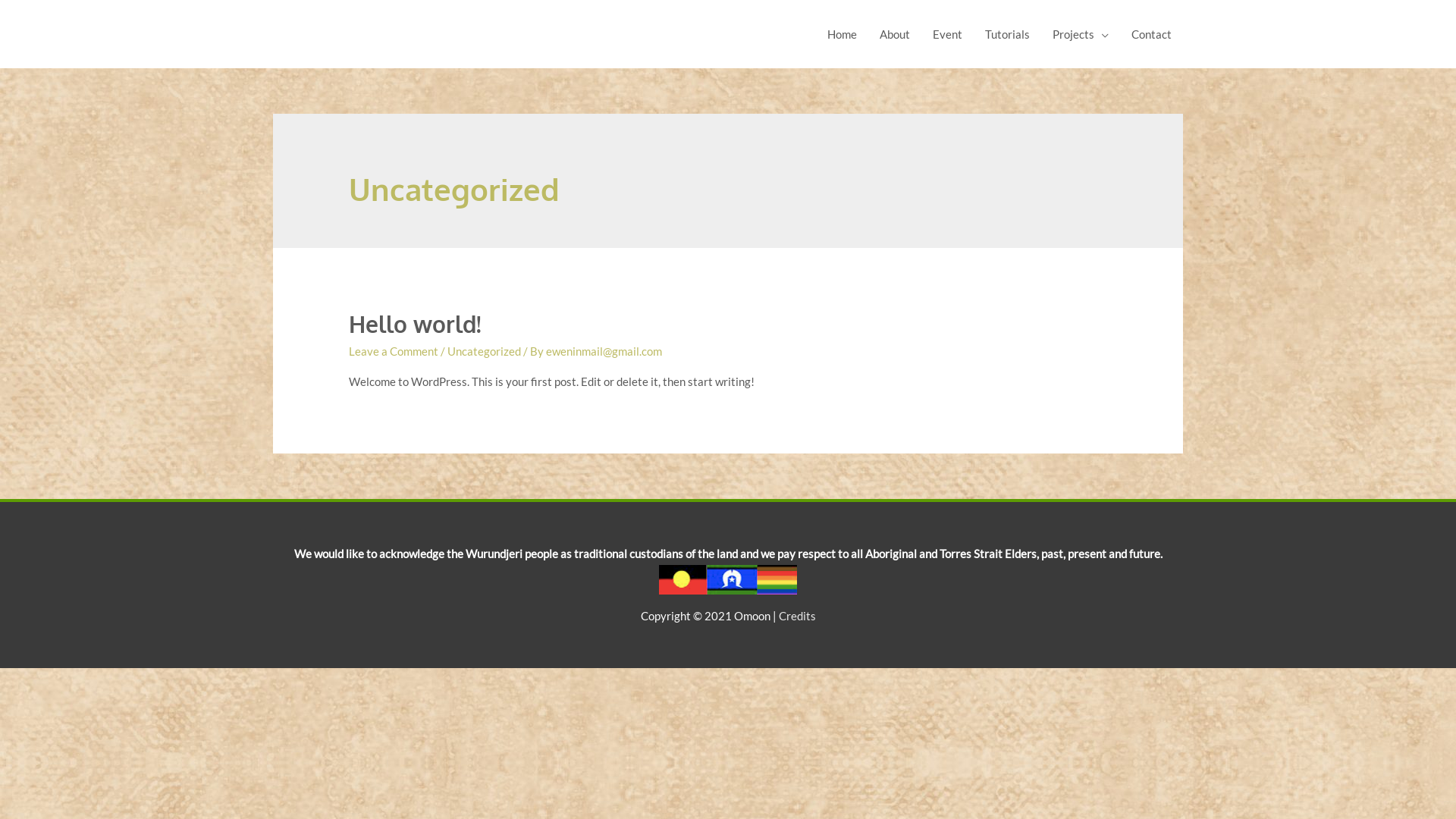 This screenshot has width=1456, height=819. What do you see at coordinates (483, 350) in the screenshot?
I see `'Uncategorized'` at bounding box center [483, 350].